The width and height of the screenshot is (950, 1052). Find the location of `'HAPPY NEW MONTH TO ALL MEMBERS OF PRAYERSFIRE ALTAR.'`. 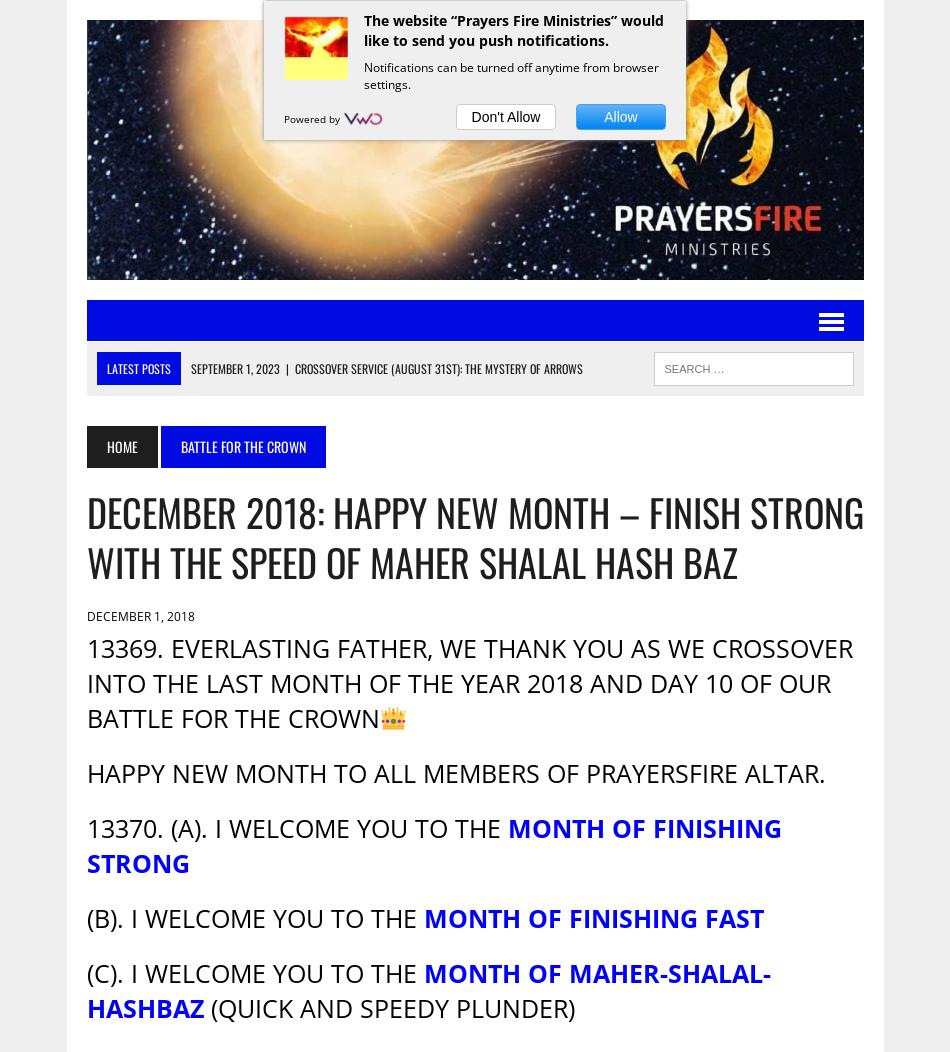

'HAPPY NEW MONTH TO ALL MEMBERS OF PRAYERSFIRE ALTAR.' is located at coordinates (454, 772).